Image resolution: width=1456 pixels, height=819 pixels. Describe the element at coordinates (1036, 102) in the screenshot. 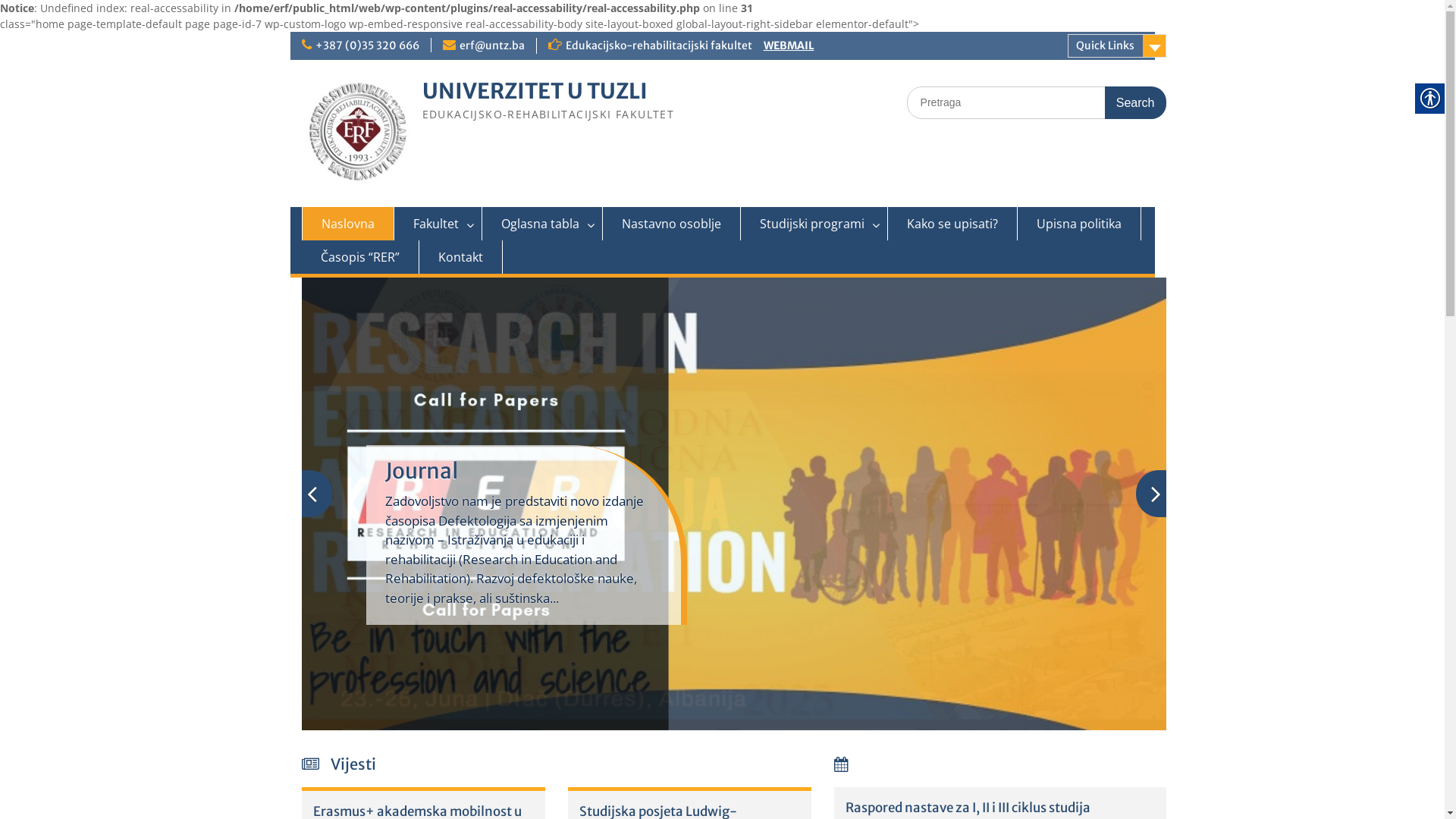

I see `'Search for:'` at that location.